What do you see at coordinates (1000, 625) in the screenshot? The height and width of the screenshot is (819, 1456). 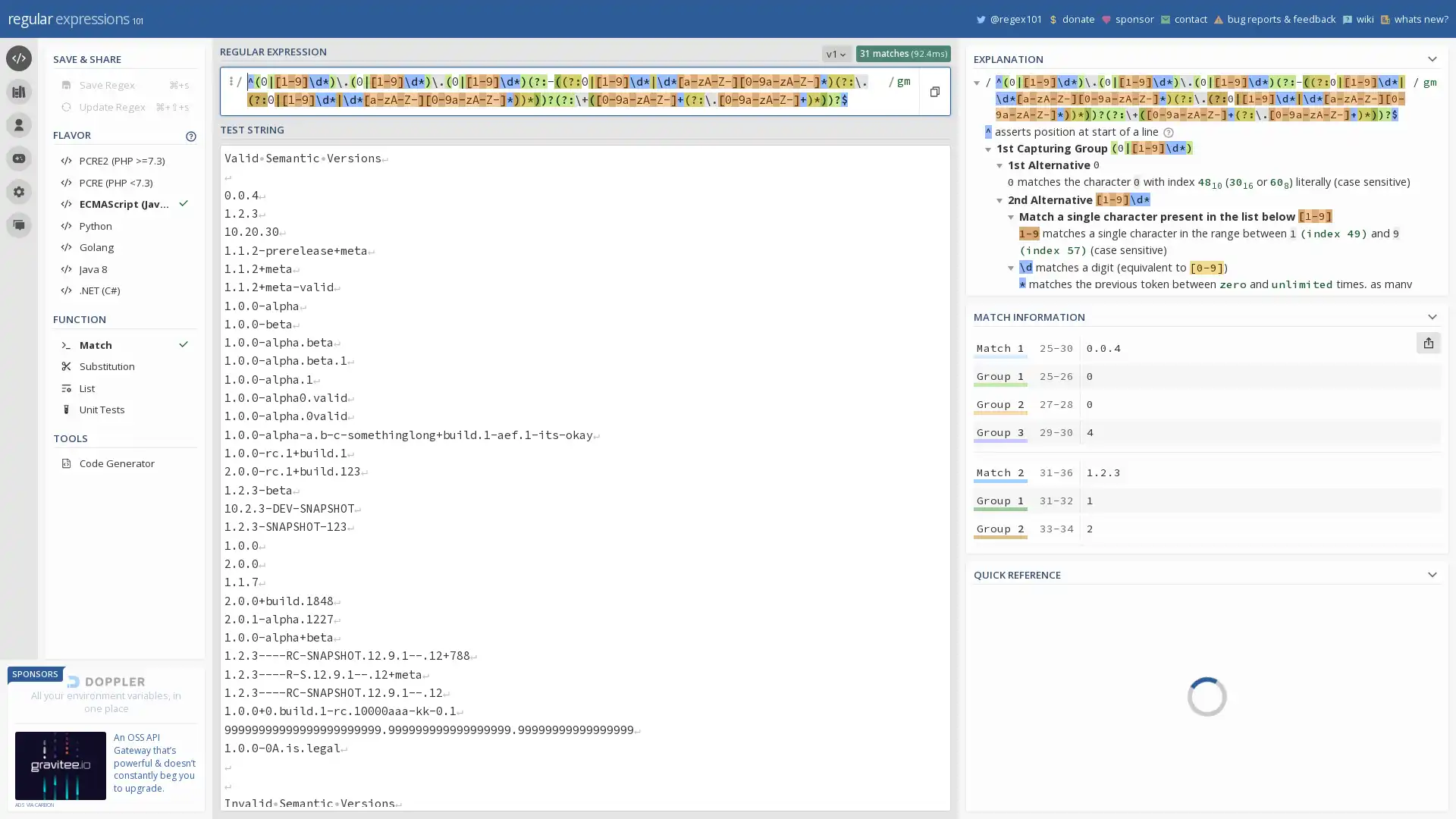 I see `Group 1` at bounding box center [1000, 625].